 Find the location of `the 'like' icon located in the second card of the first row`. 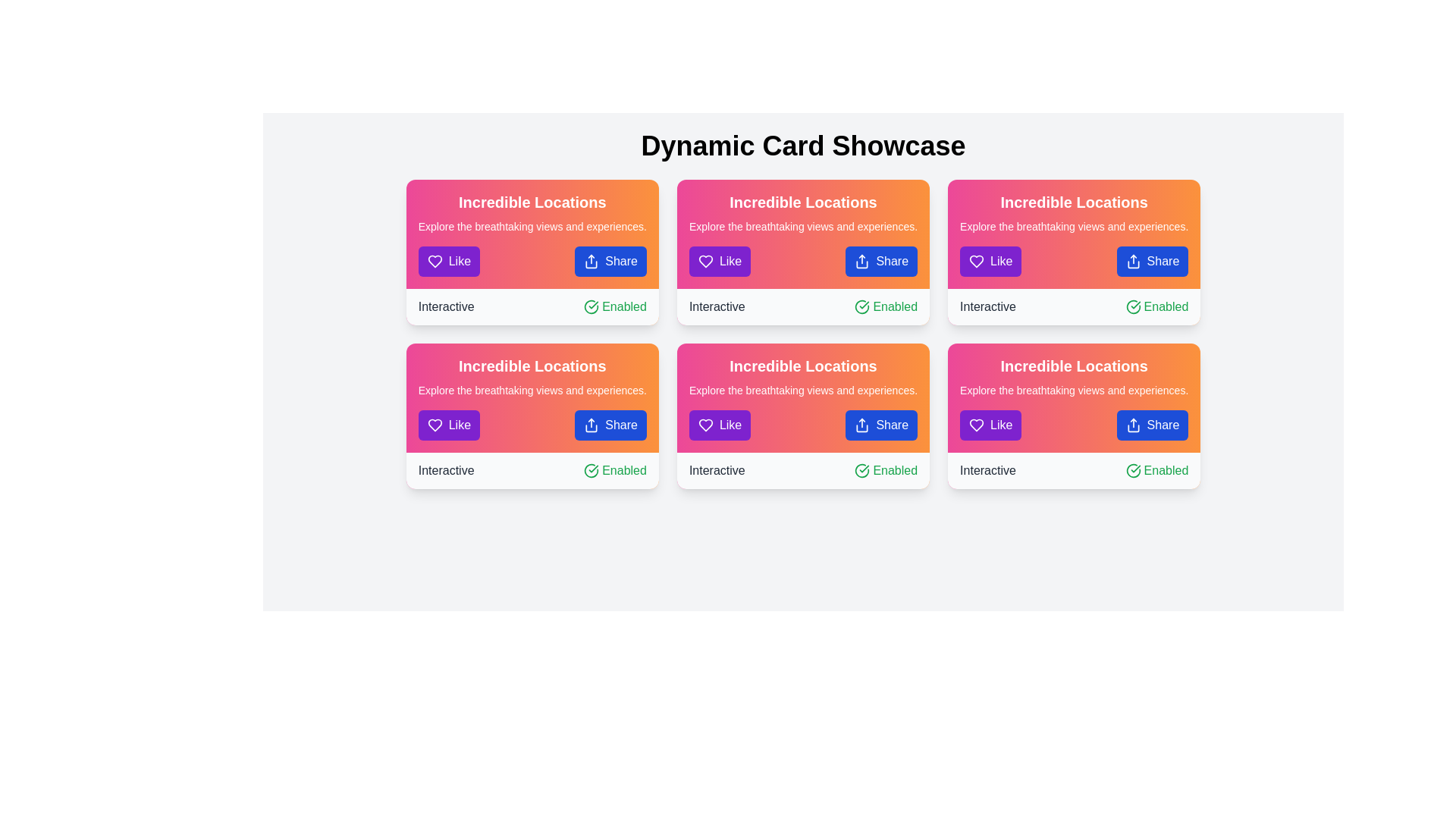

the 'like' icon located in the second card of the first row is located at coordinates (704, 260).